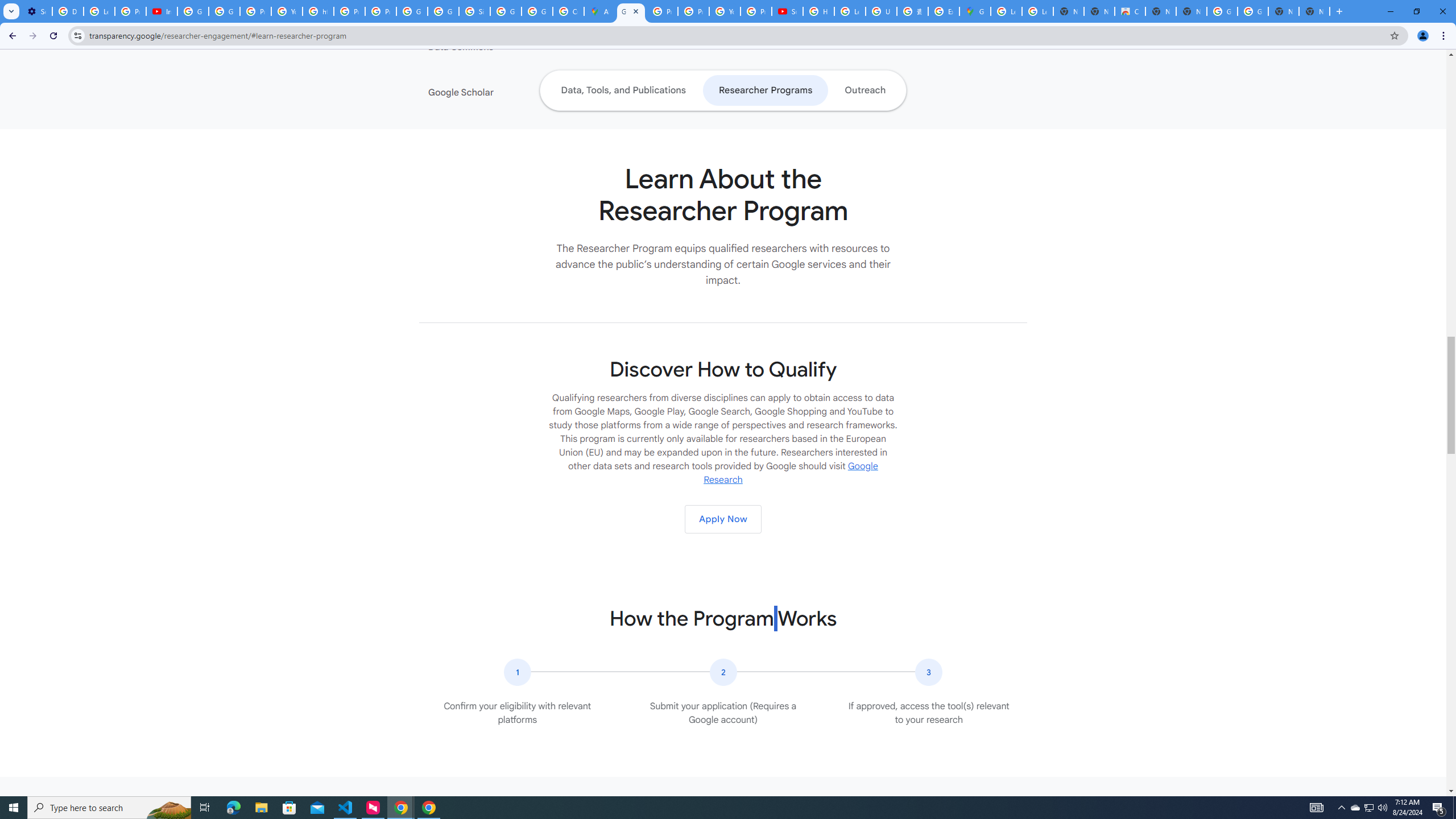 The height and width of the screenshot is (819, 1456). Describe the element at coordinates (723, 672) in the screenshot. I see `'The number two in a circular icon.'` at that location.